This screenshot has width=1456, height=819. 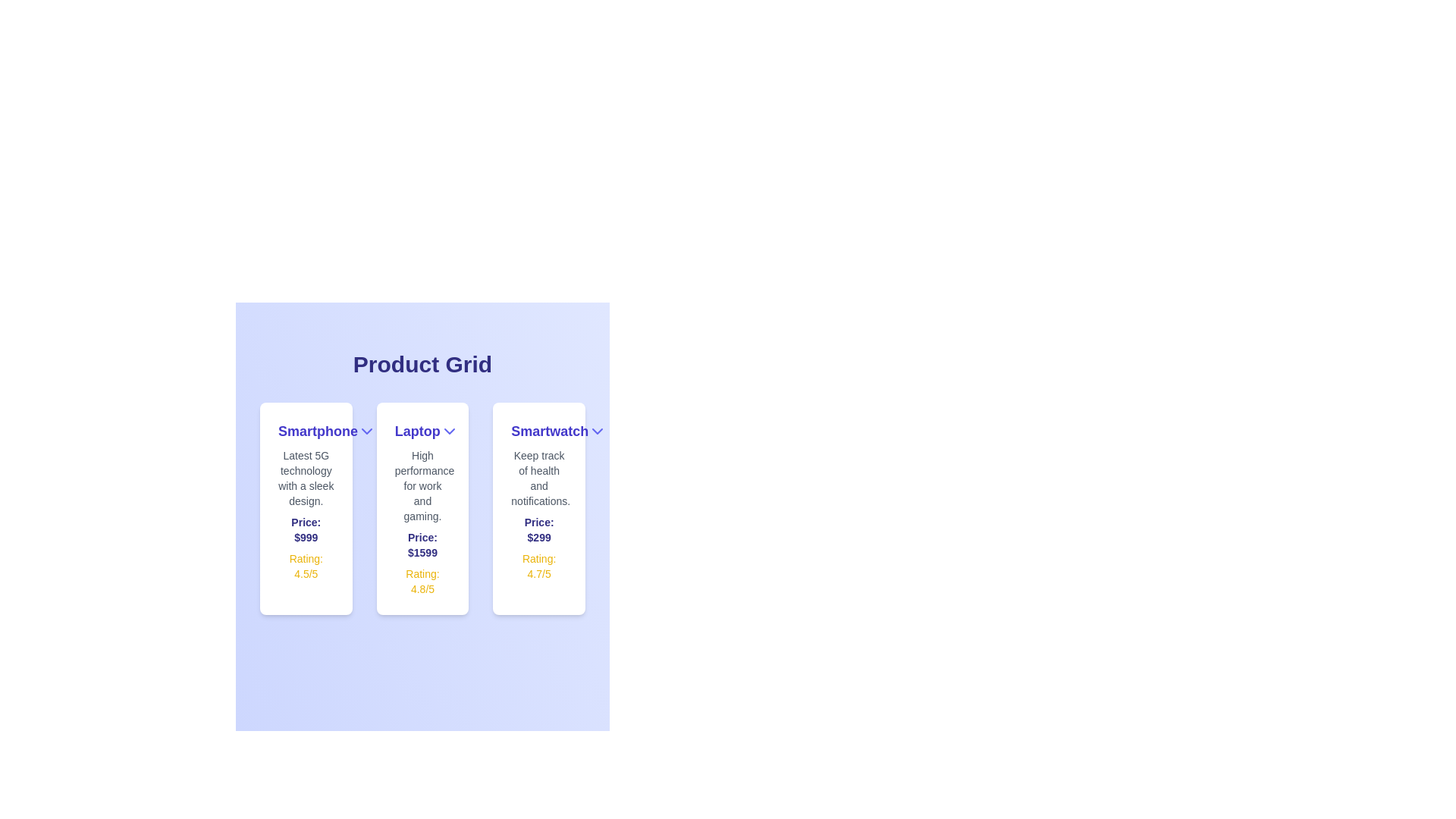 I want to click on the blue downward-pointing chevron icon next to the 'Laptop' title, so click(x=448, y=431).